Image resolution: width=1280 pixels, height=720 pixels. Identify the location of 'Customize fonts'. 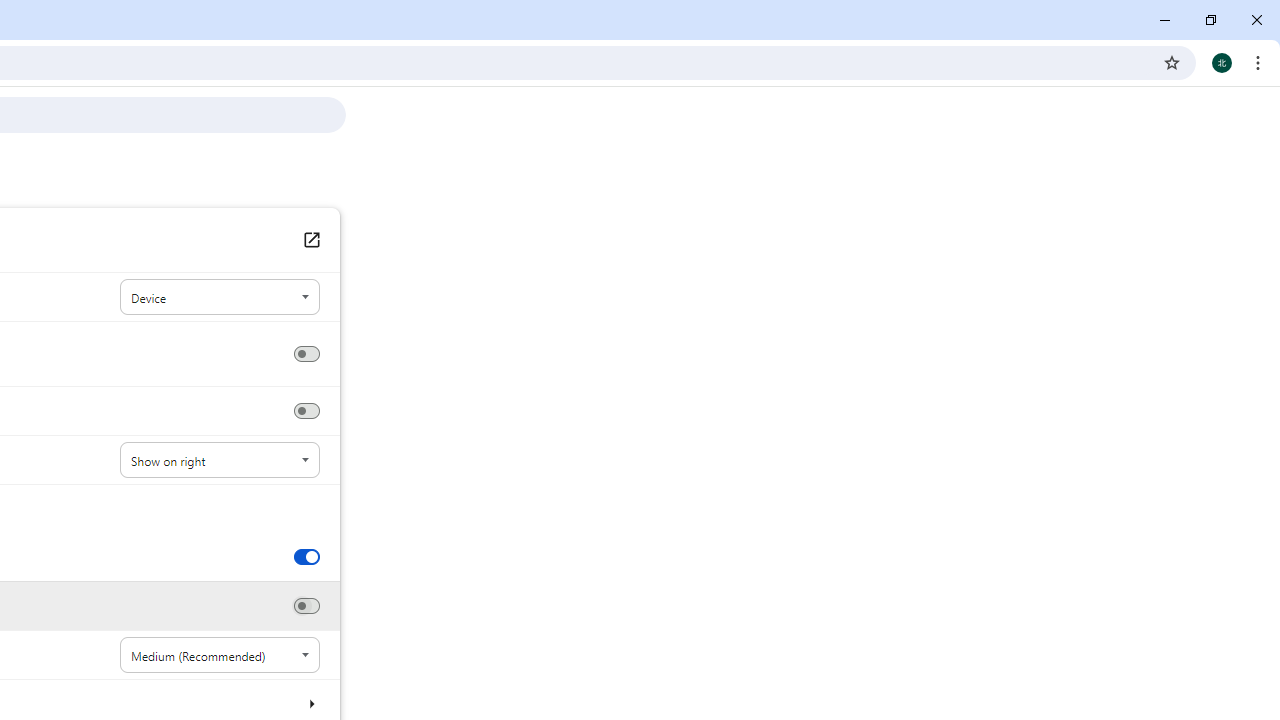
(310, 702).